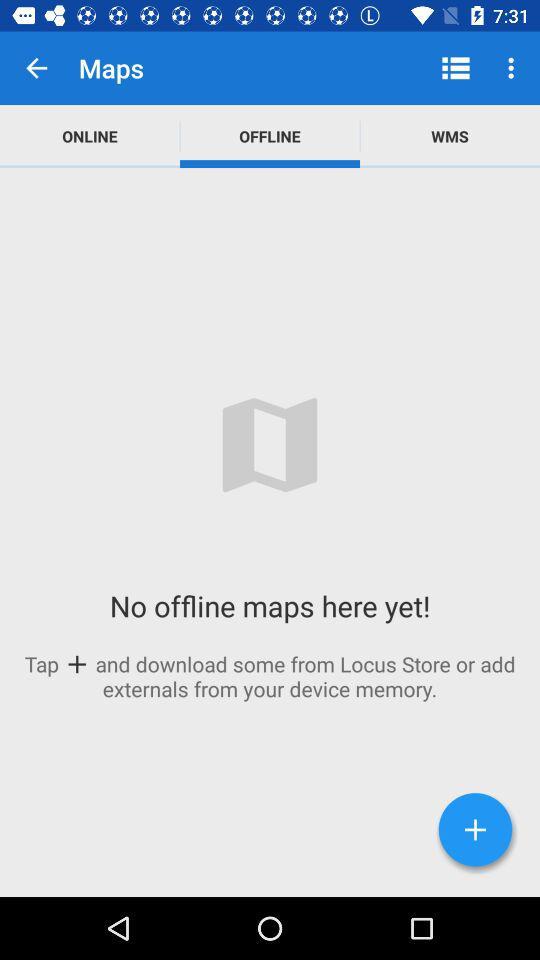 This screenshot has height=960, width=540. I want to click on item next to maps app, so click(36, 68).